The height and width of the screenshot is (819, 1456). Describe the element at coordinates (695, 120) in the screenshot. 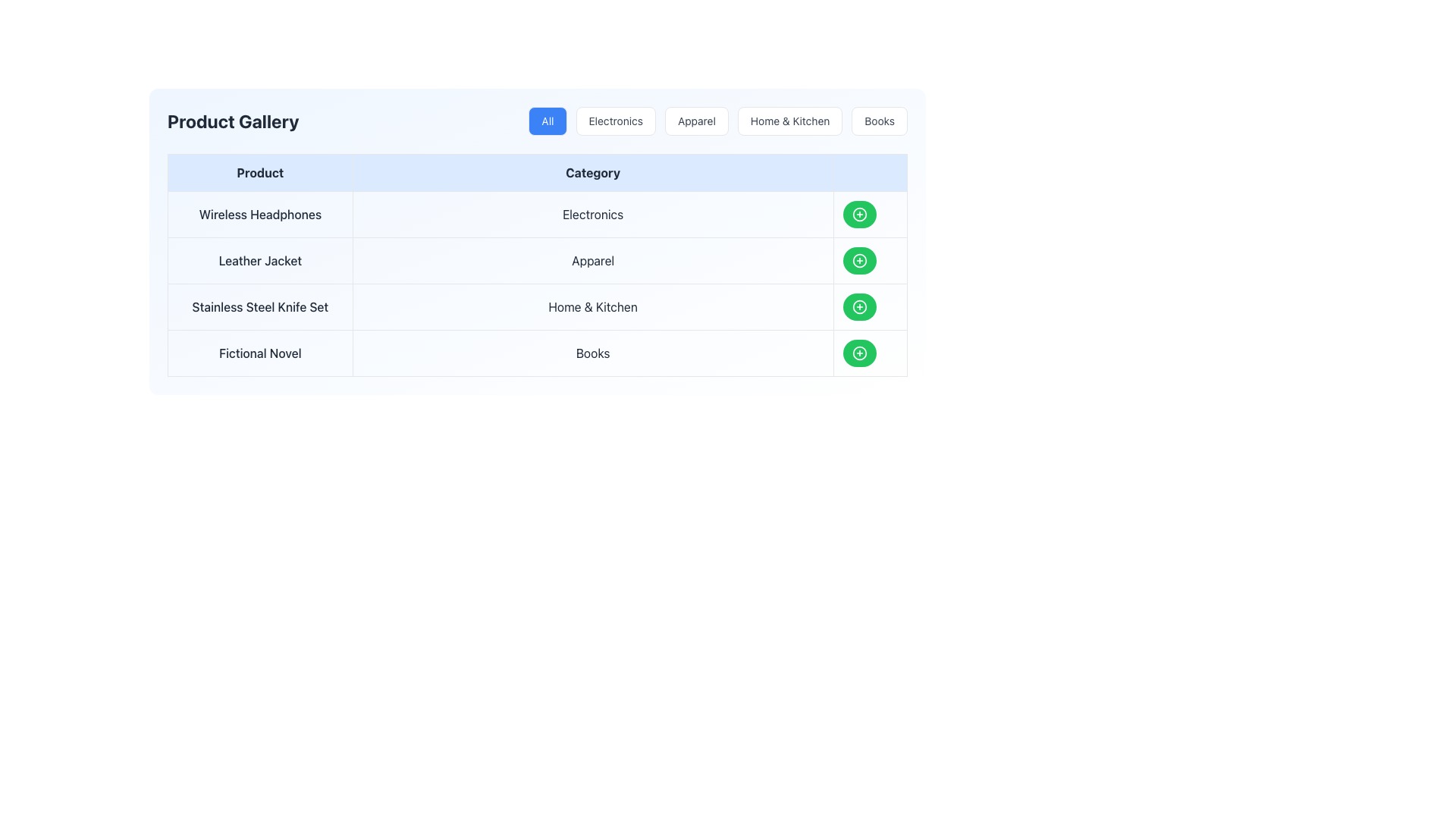

I see `the 'Apparel' button, which is a rectangular button with rounded corners, a white background, light gray border, and dark gray text, located in the third position of the navigation bar to filter products by 'Apparel'` at that location.